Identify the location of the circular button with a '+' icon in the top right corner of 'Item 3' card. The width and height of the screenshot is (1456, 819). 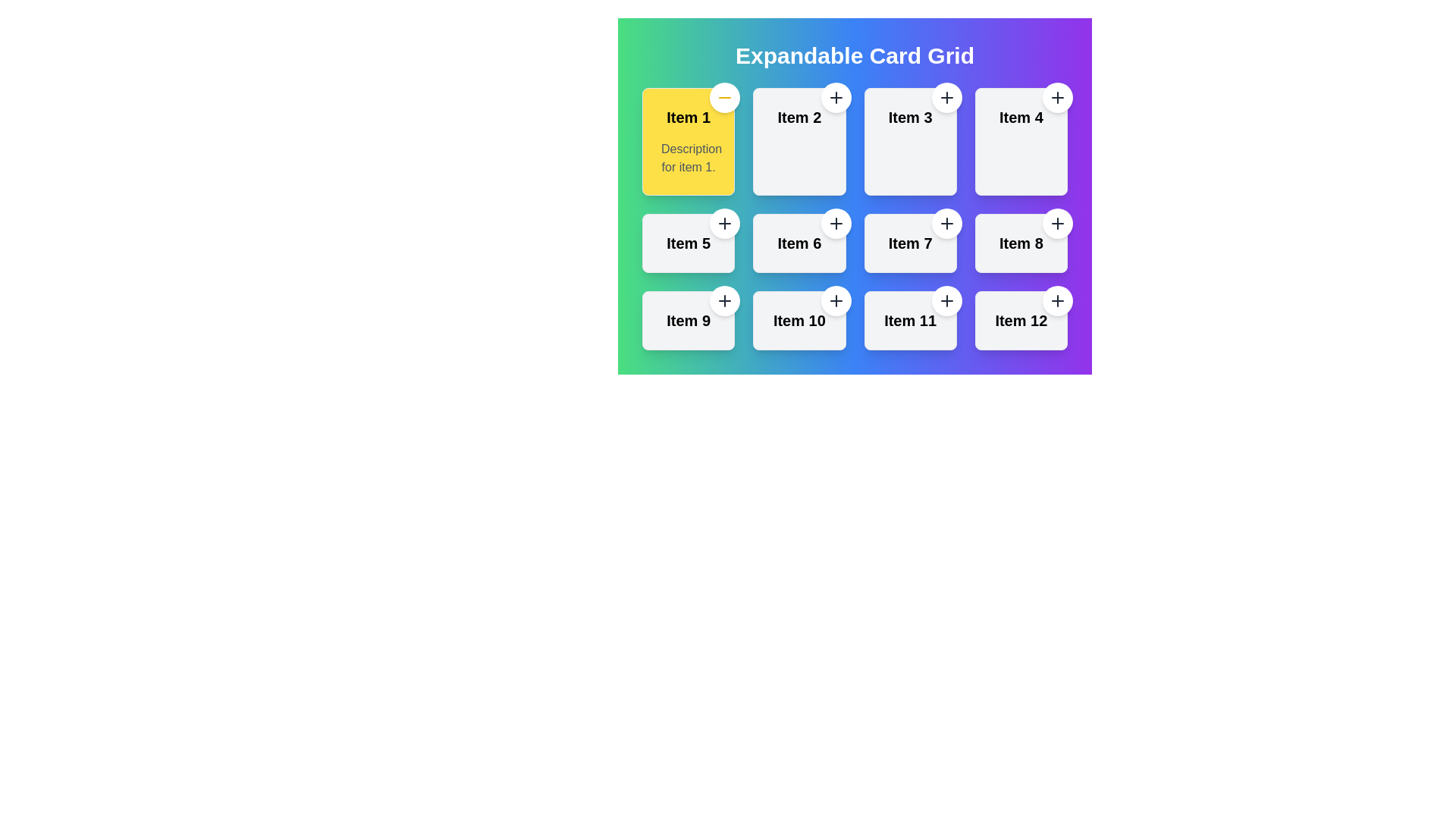
(946, 97).